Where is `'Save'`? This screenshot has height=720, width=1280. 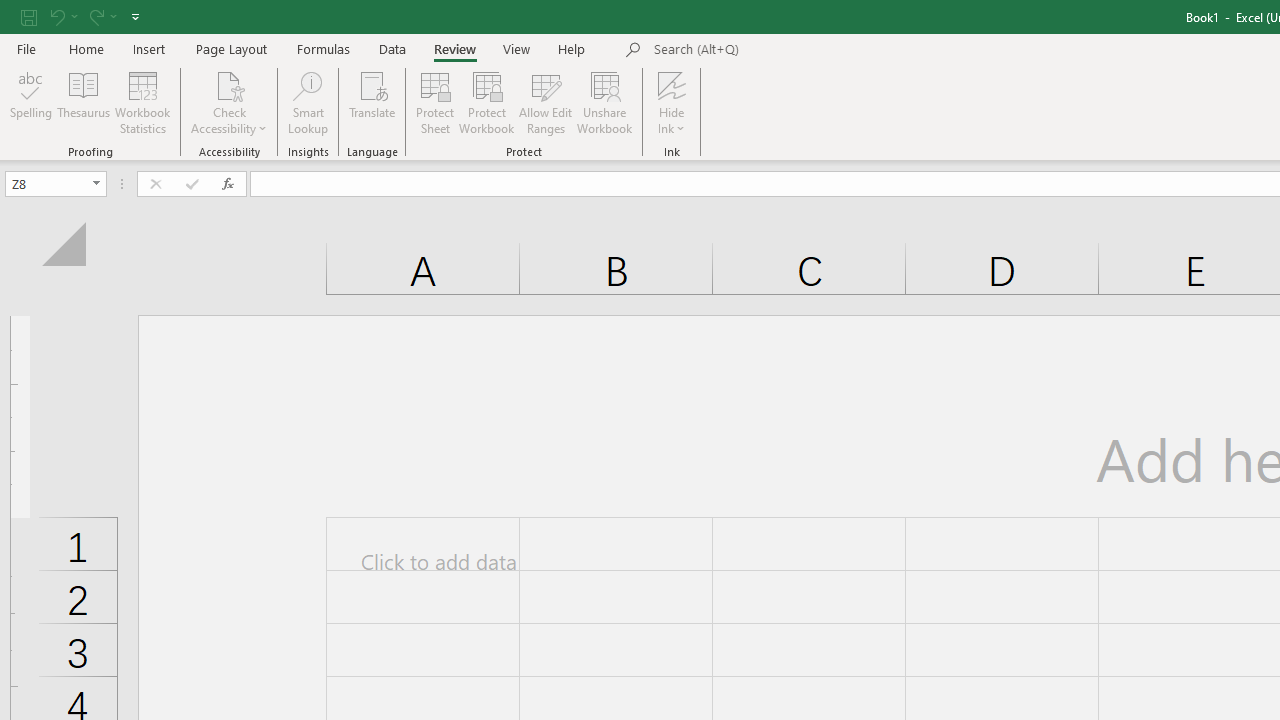 'Save' is located at coordinates (29, 16).